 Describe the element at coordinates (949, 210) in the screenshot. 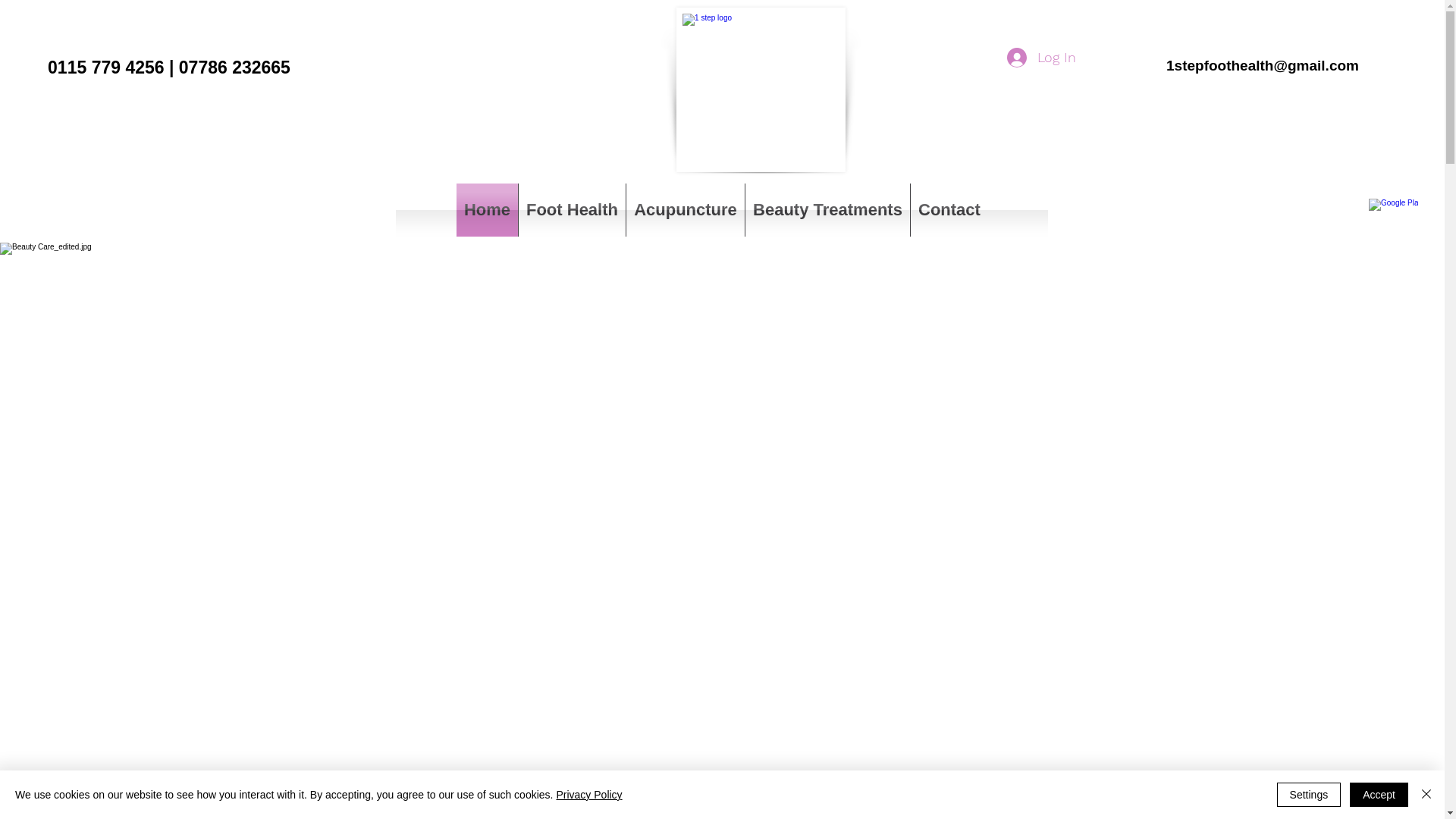

I see `'Contact'` at that location.